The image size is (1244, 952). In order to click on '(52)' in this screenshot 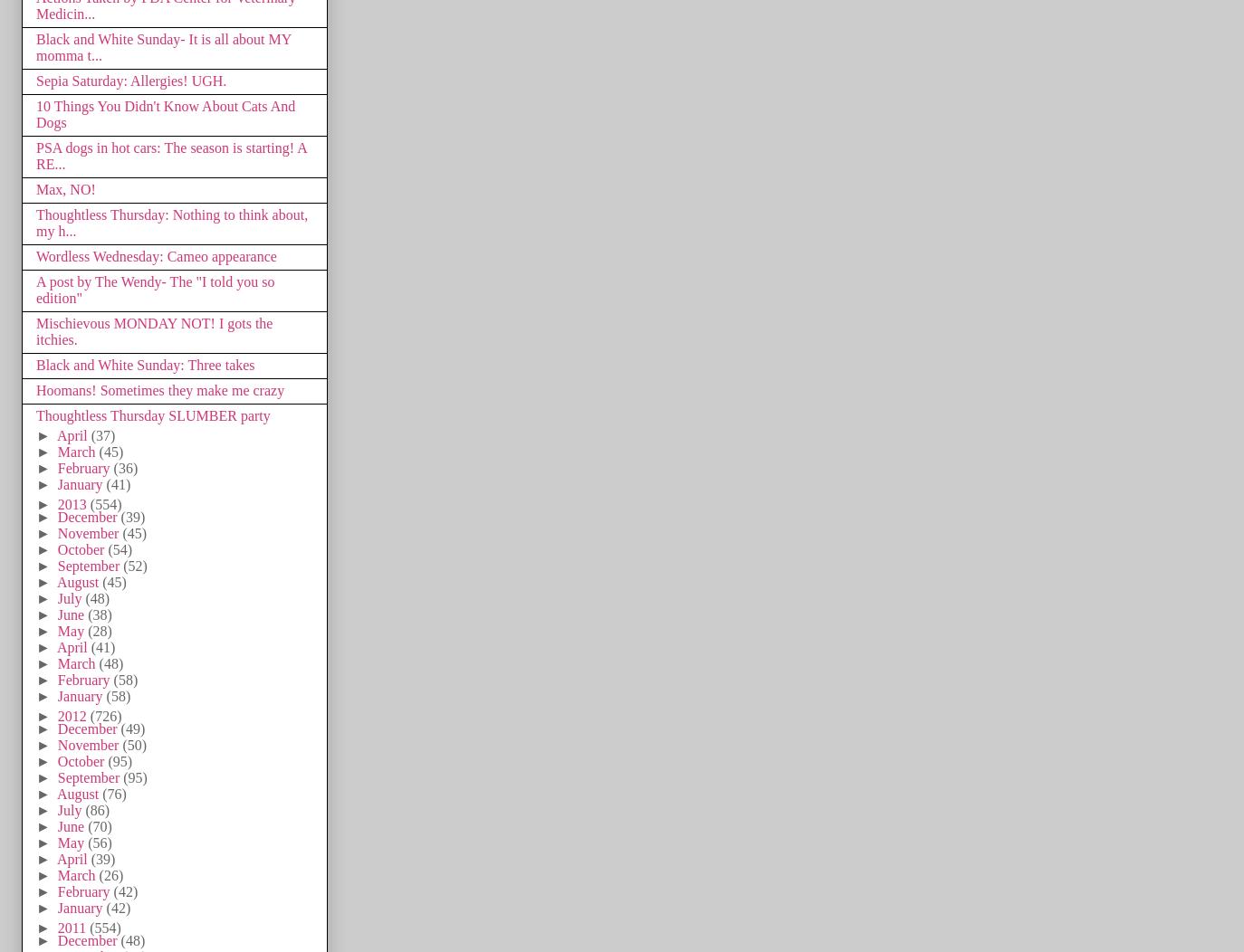, I will do `click(133, 565)`.